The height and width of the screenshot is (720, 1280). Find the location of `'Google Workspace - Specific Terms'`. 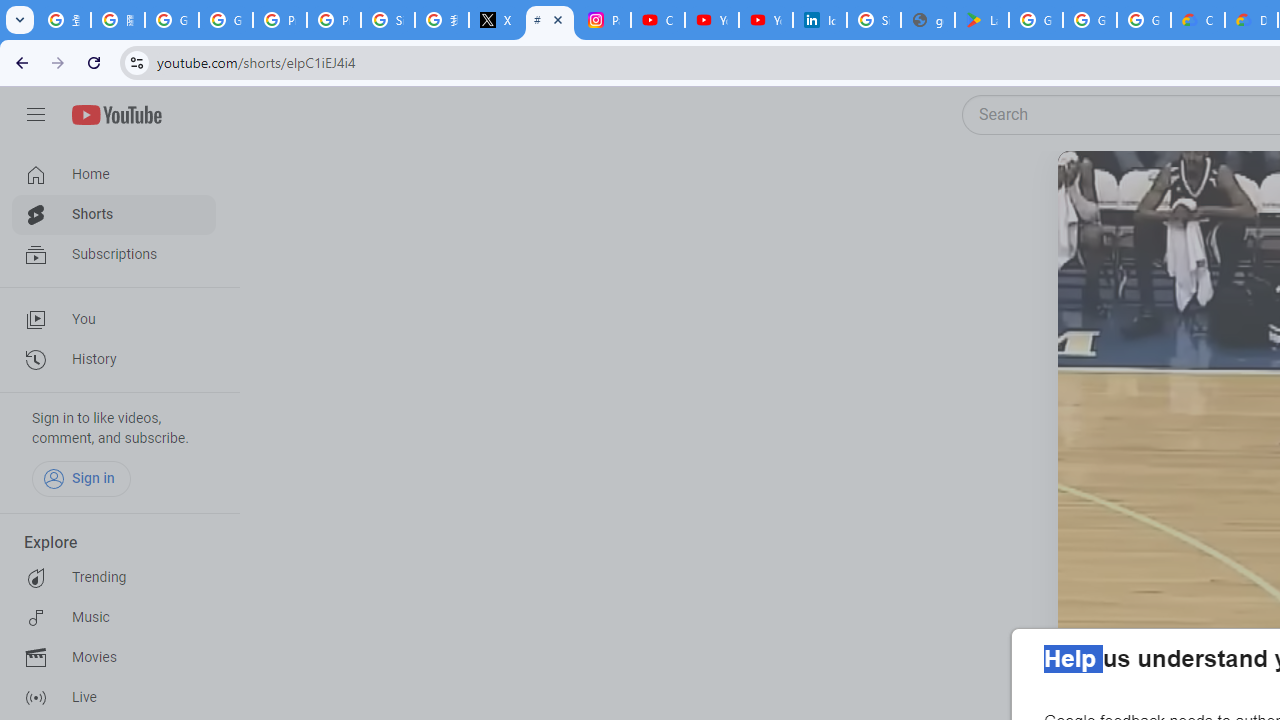

'Google Workspace - Specific Terms' is located at coordinates (1144, 20).